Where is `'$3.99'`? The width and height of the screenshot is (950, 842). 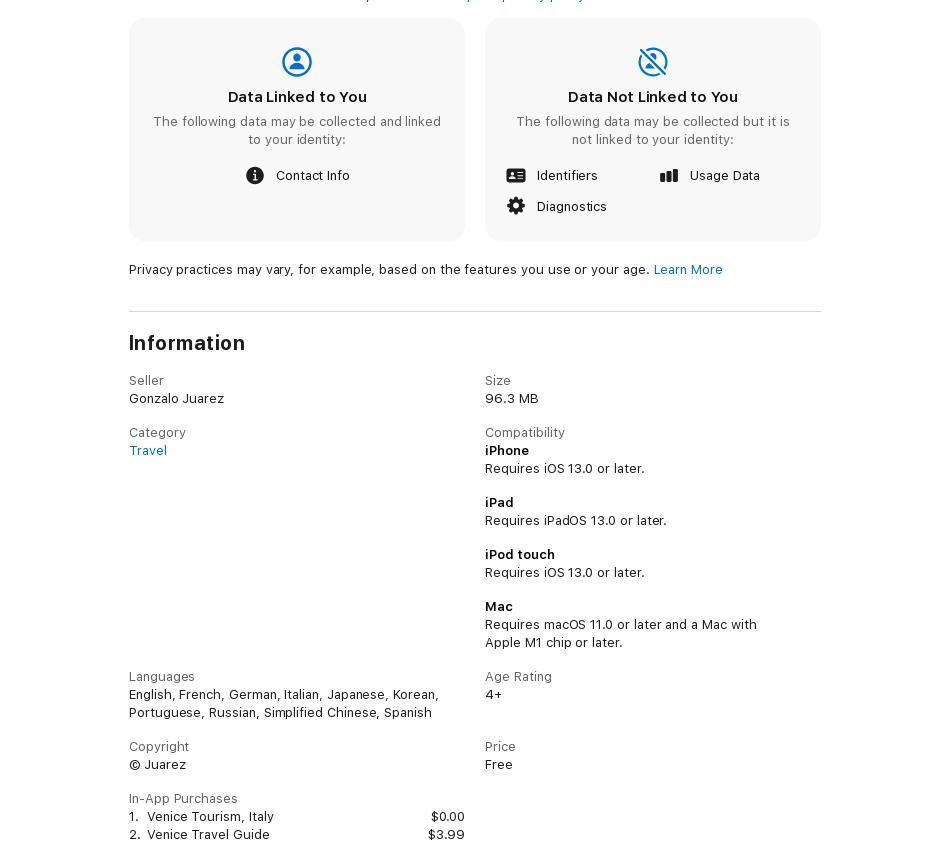
'$3.99' is located at coordinates (445, 833).